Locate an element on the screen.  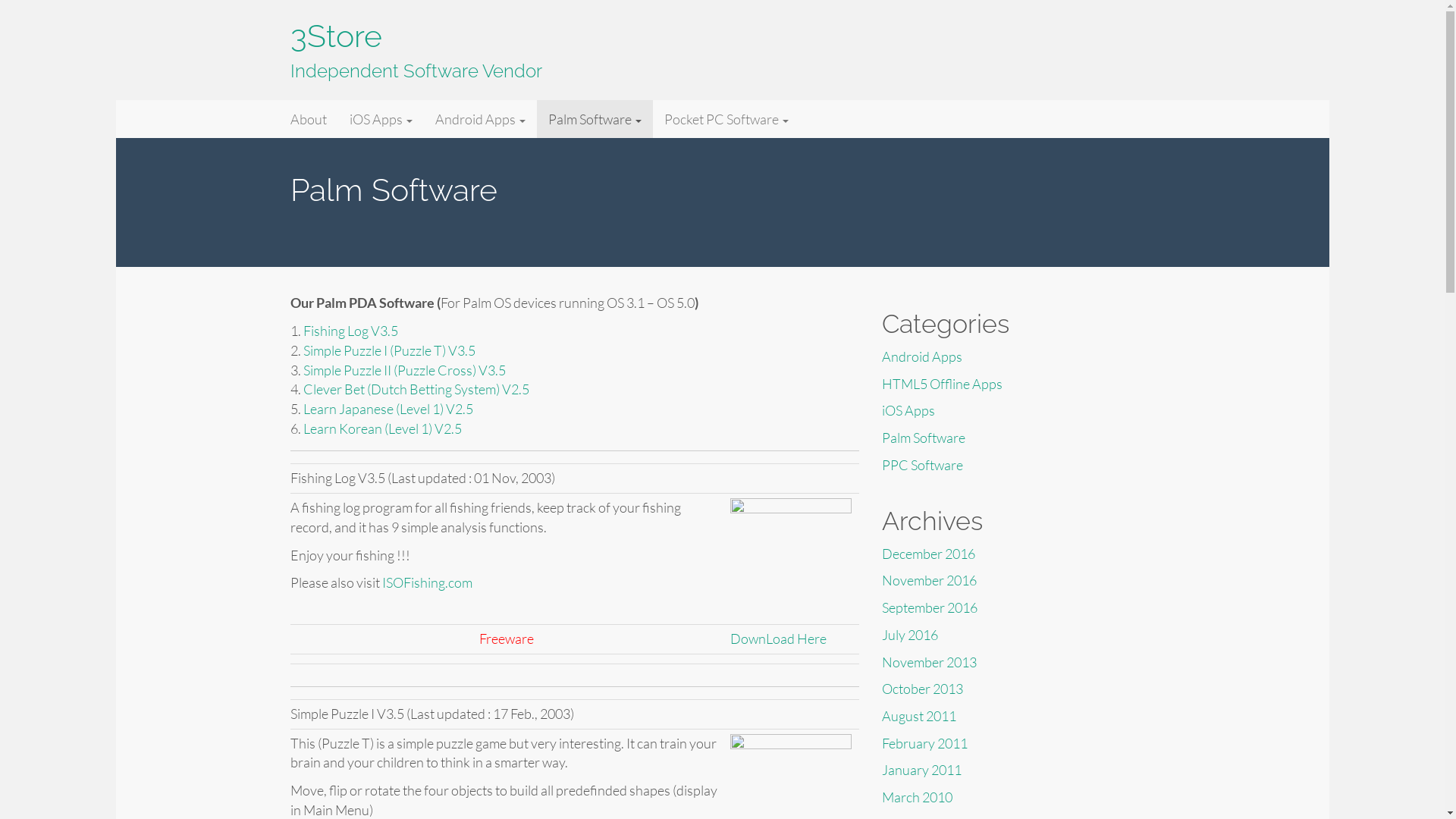
'HTML5 Offline Apps' is located at coordinates (940, 382).